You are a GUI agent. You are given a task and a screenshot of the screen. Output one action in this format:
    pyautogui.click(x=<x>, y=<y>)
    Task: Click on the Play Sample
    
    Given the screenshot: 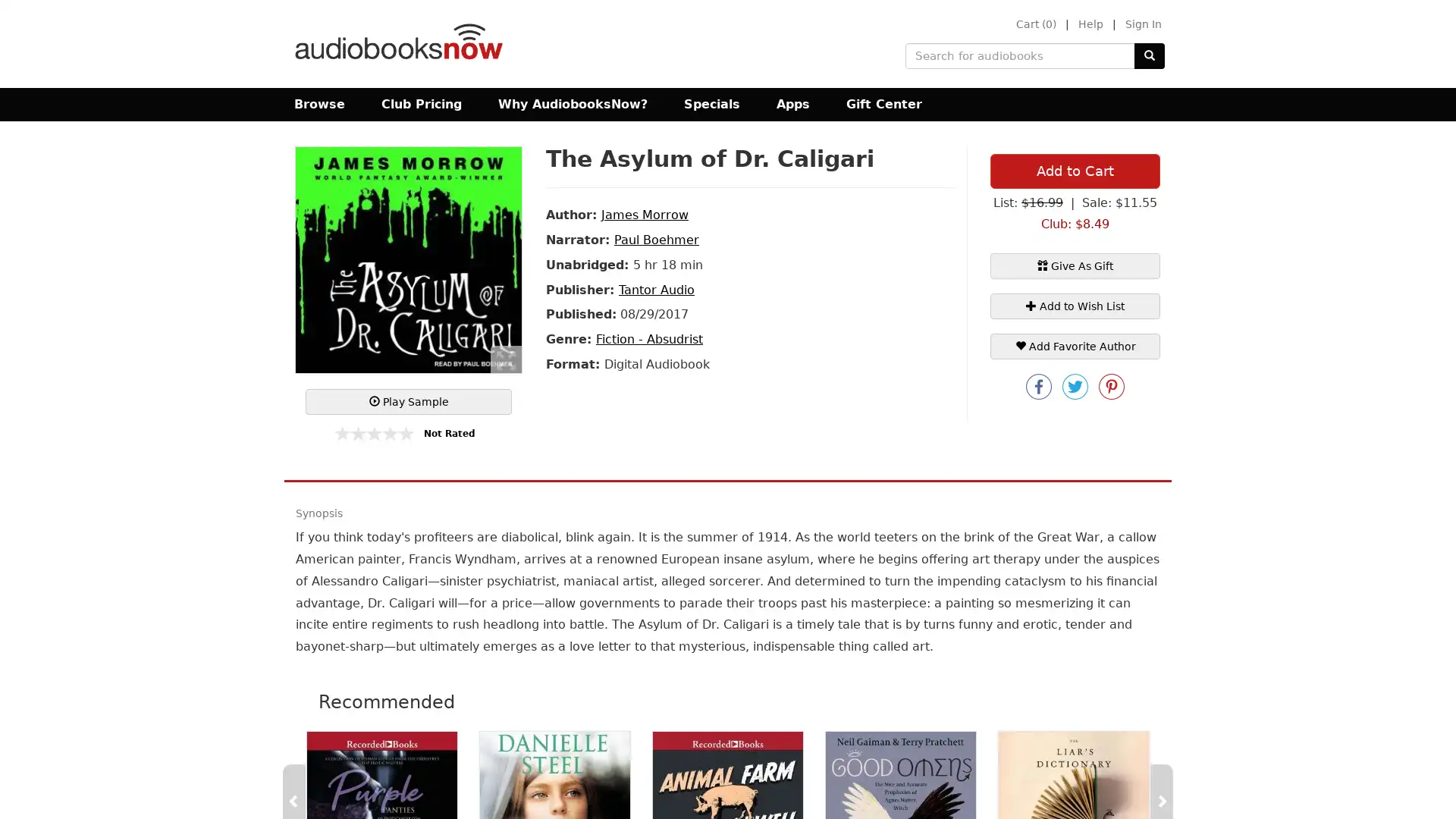 What is the action you would take?
    pyautogui.click(x=408, y=400)
    